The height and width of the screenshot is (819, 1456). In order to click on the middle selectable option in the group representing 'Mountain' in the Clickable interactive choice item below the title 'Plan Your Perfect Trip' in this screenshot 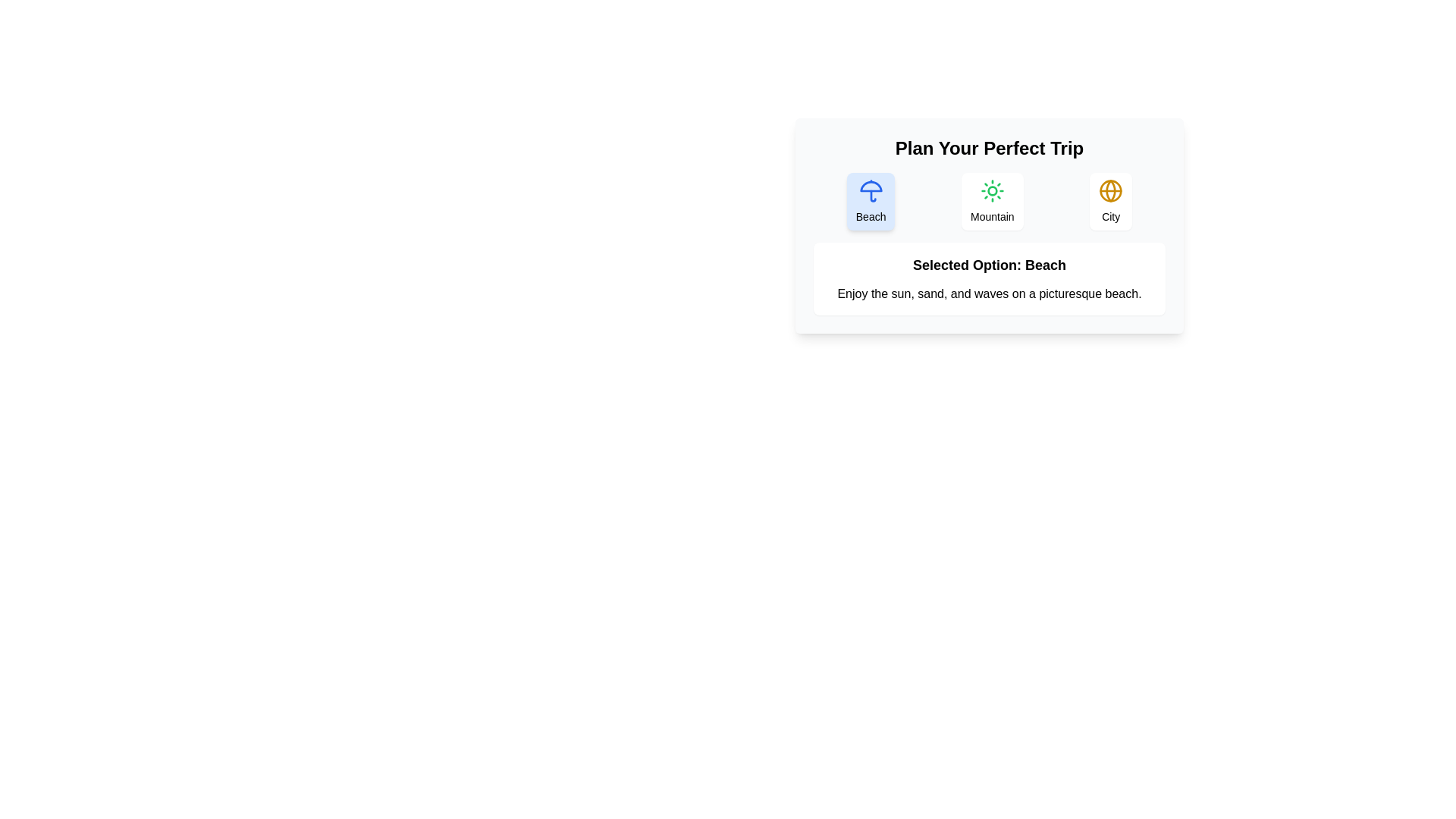, I will do `click(990, 201)`.